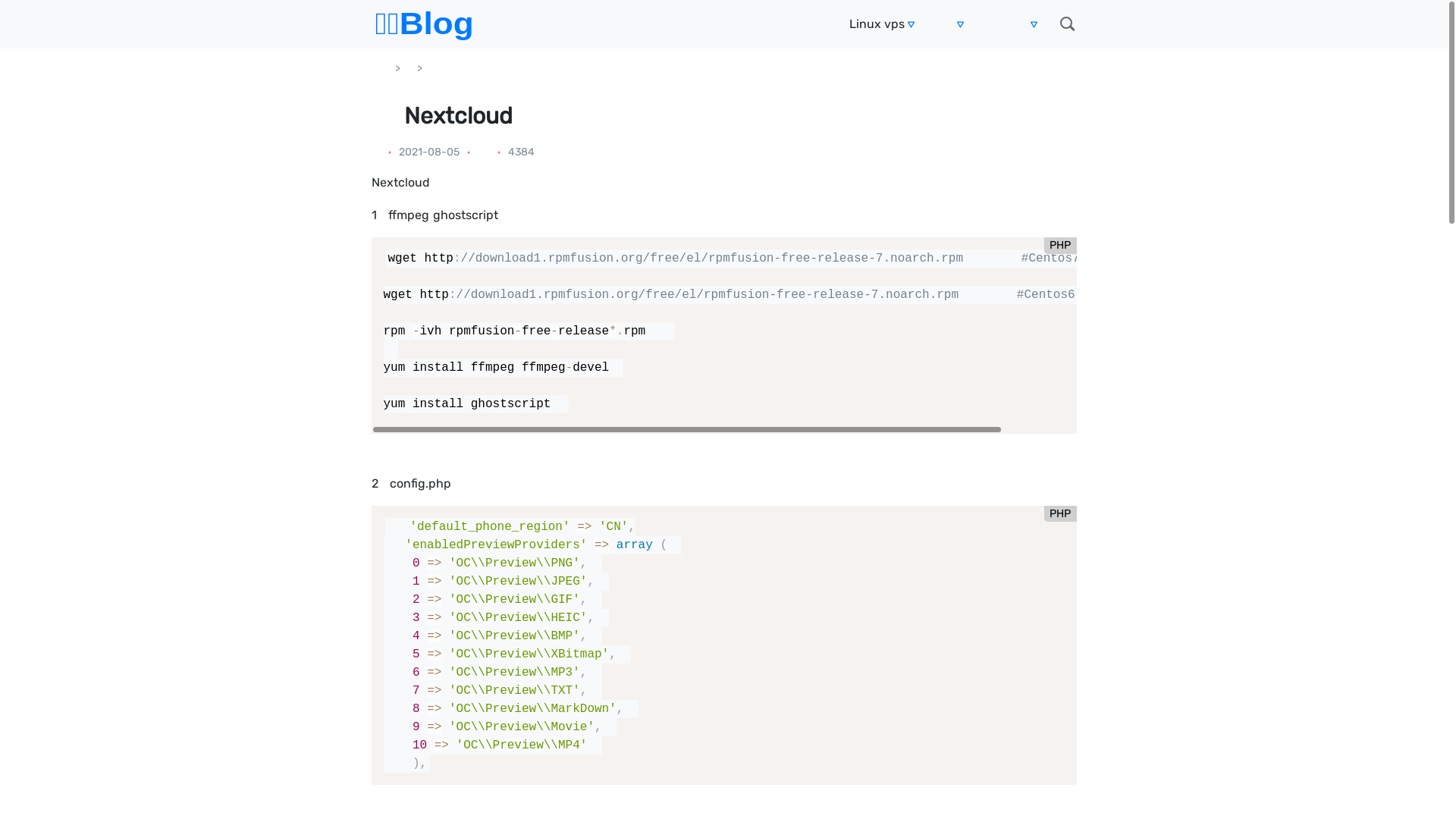 Image resolution: width=1456 pixels, height=819 pixels. What do you see at coordinates (848, 24) in the screenshot?
I see `'Linux vps'` at bounding box center [848, 24].